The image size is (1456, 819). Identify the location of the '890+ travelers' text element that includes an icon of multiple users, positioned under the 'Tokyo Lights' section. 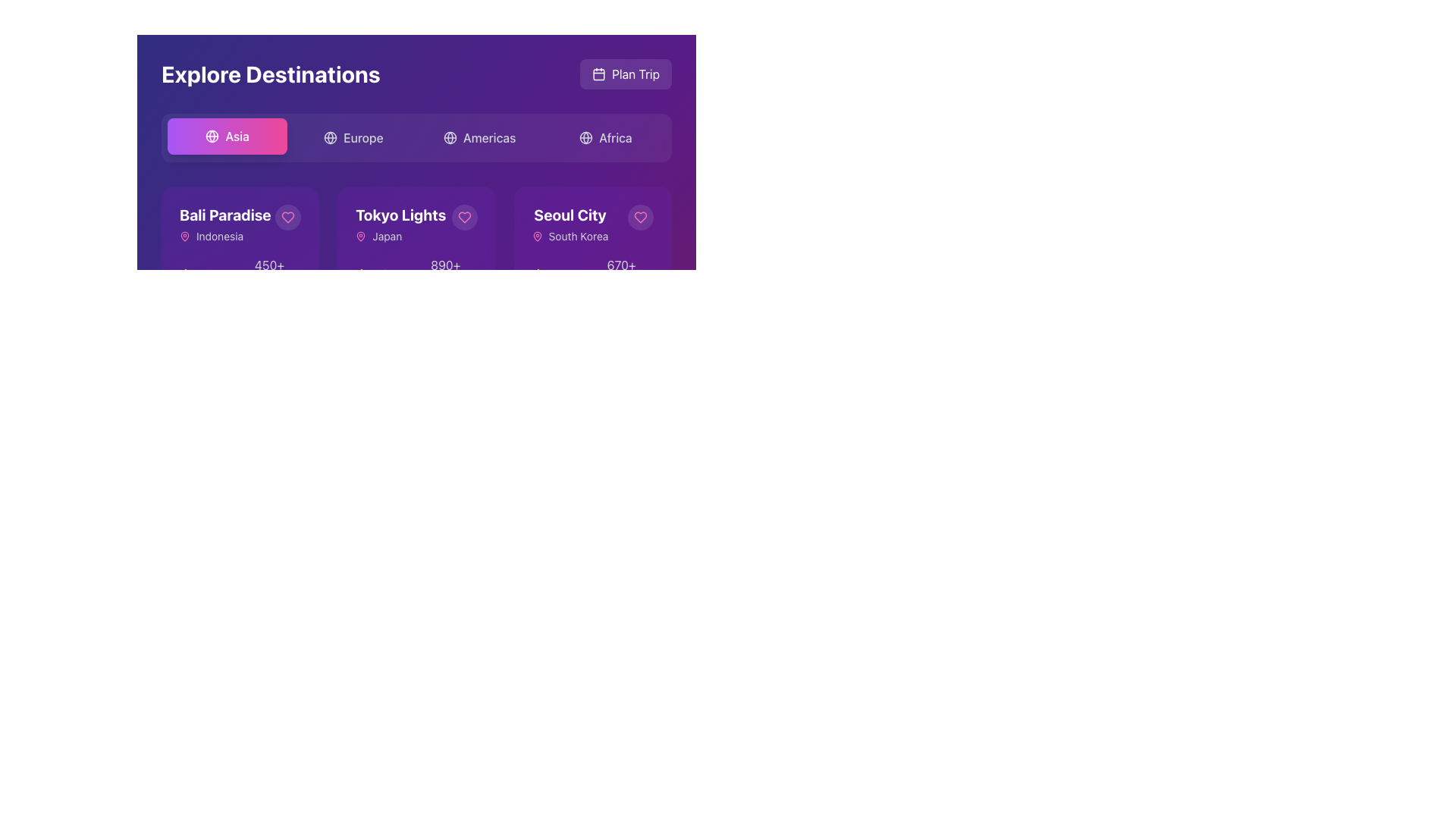
(438, 275).